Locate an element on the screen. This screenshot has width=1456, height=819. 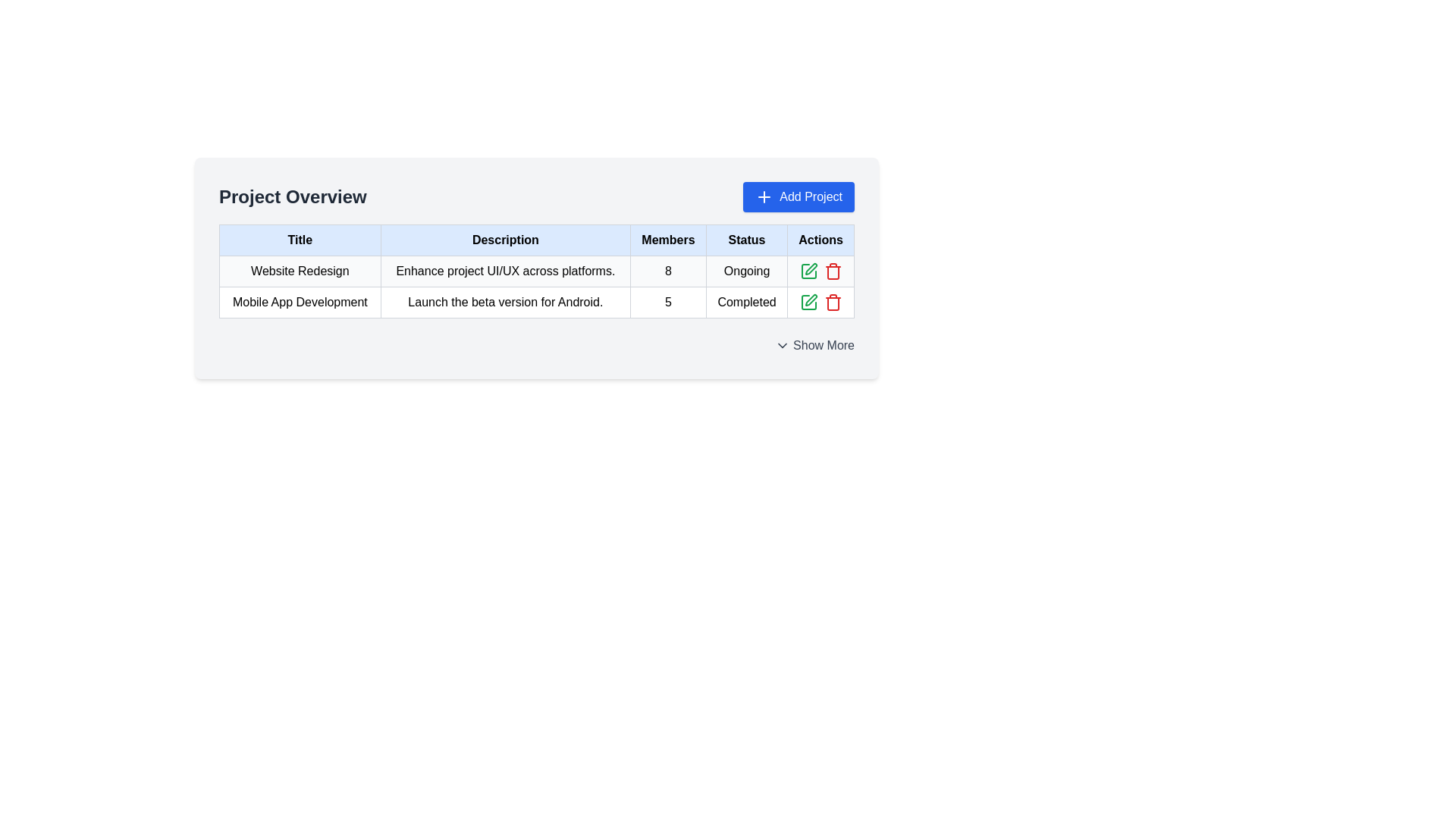
the Static Text Label displaying 'Mobile App Development' in the Project Overview section, located in the second row under the Title column is located at coordinates (300, 302).